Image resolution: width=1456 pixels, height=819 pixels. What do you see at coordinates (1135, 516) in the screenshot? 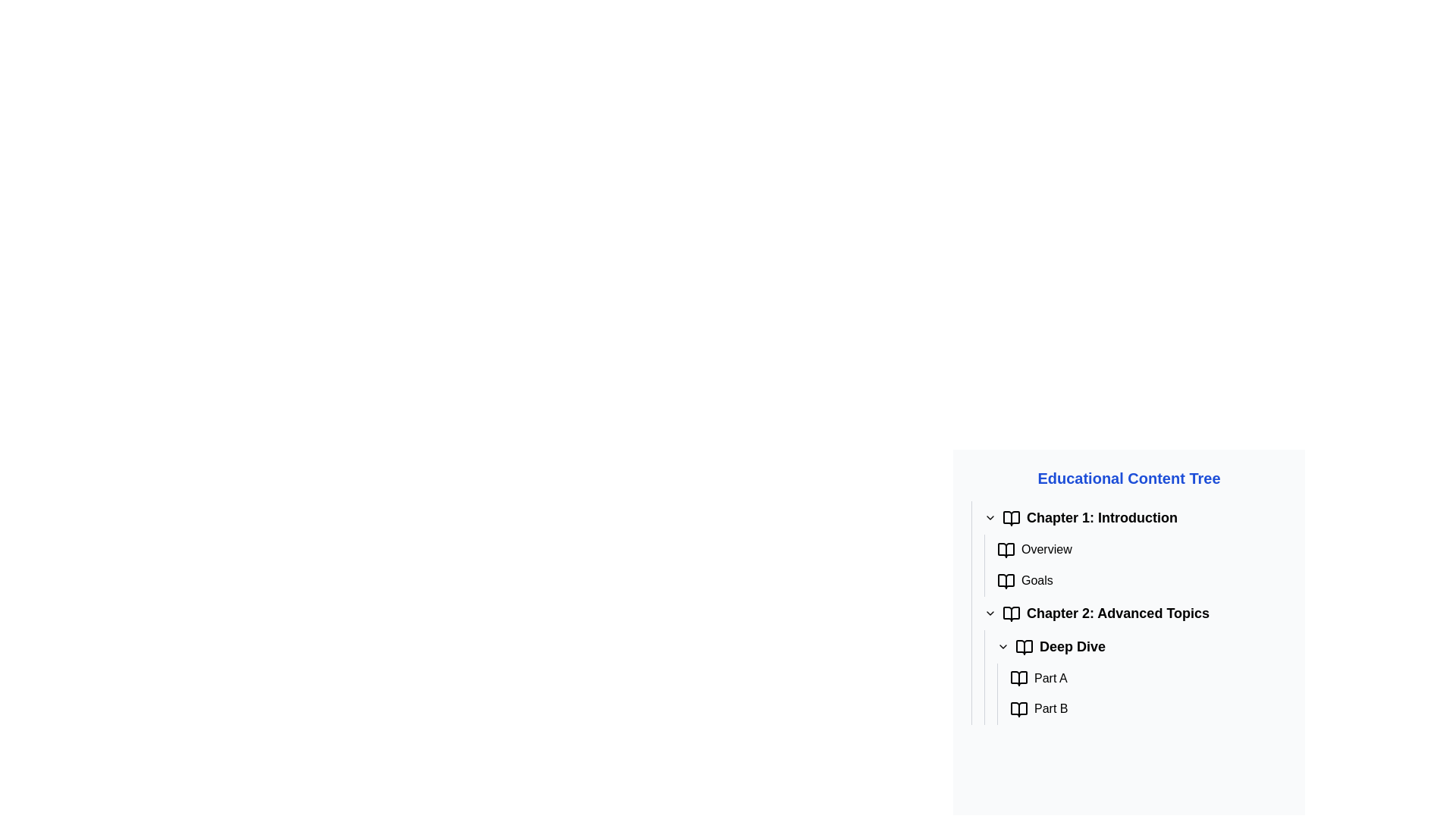
I see `the Text header with an icon representing the first chapter of the educational material` at bounding box center [1135, 516].